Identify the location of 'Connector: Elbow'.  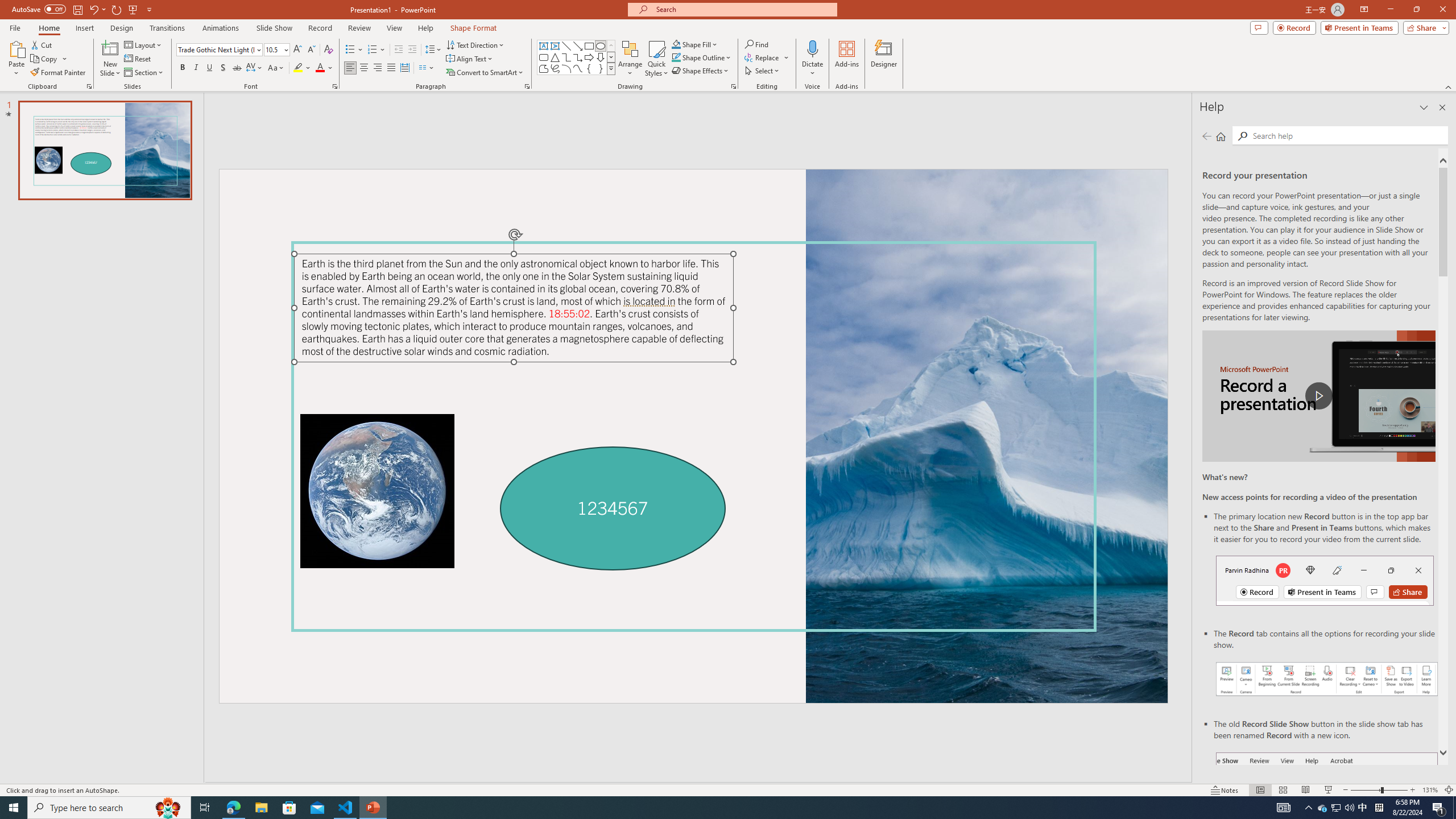
(565, 56).